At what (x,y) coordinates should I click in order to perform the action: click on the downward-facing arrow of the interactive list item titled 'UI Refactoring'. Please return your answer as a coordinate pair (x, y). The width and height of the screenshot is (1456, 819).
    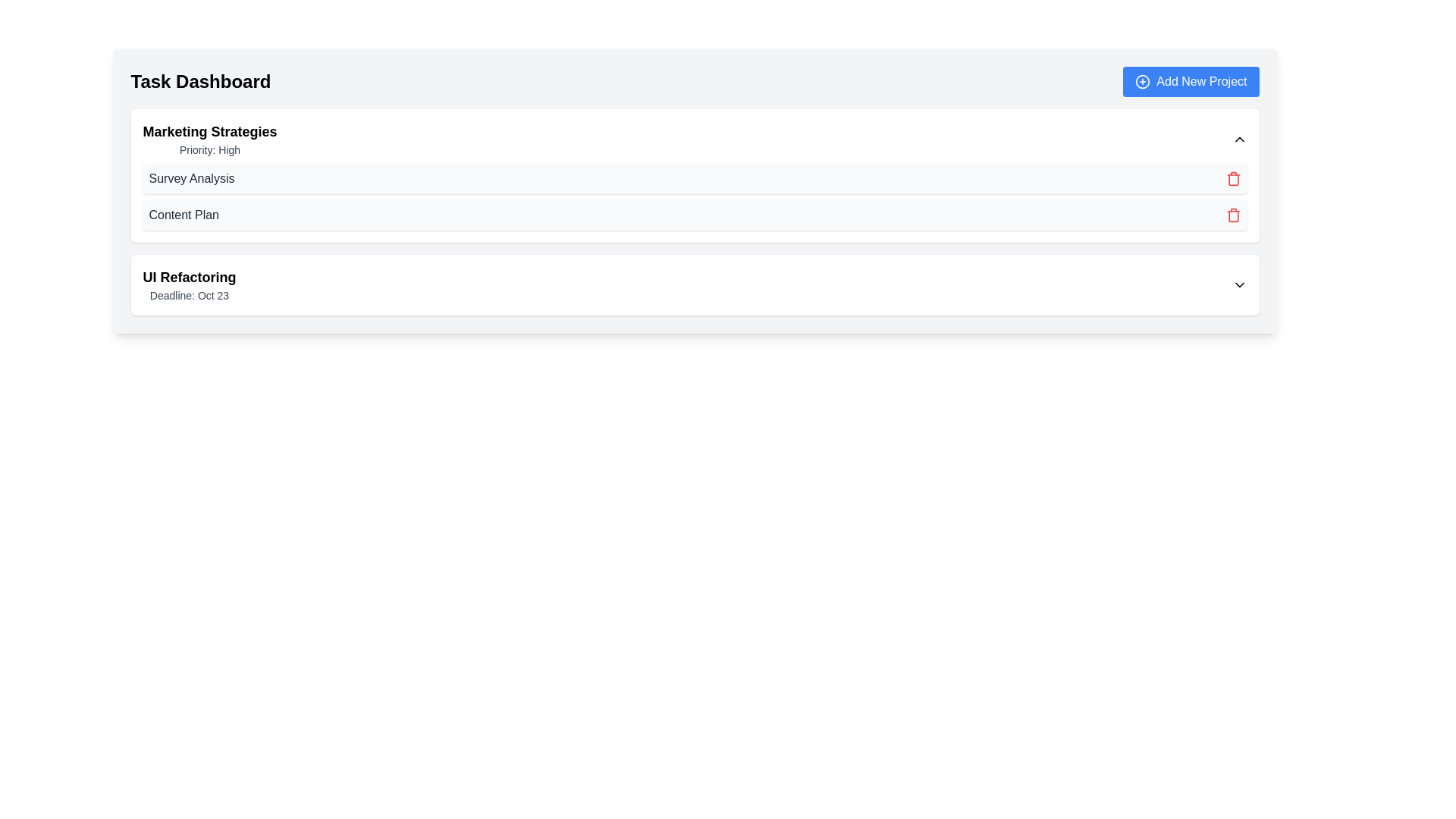
    Looking at the image, I should click on (694, 284).